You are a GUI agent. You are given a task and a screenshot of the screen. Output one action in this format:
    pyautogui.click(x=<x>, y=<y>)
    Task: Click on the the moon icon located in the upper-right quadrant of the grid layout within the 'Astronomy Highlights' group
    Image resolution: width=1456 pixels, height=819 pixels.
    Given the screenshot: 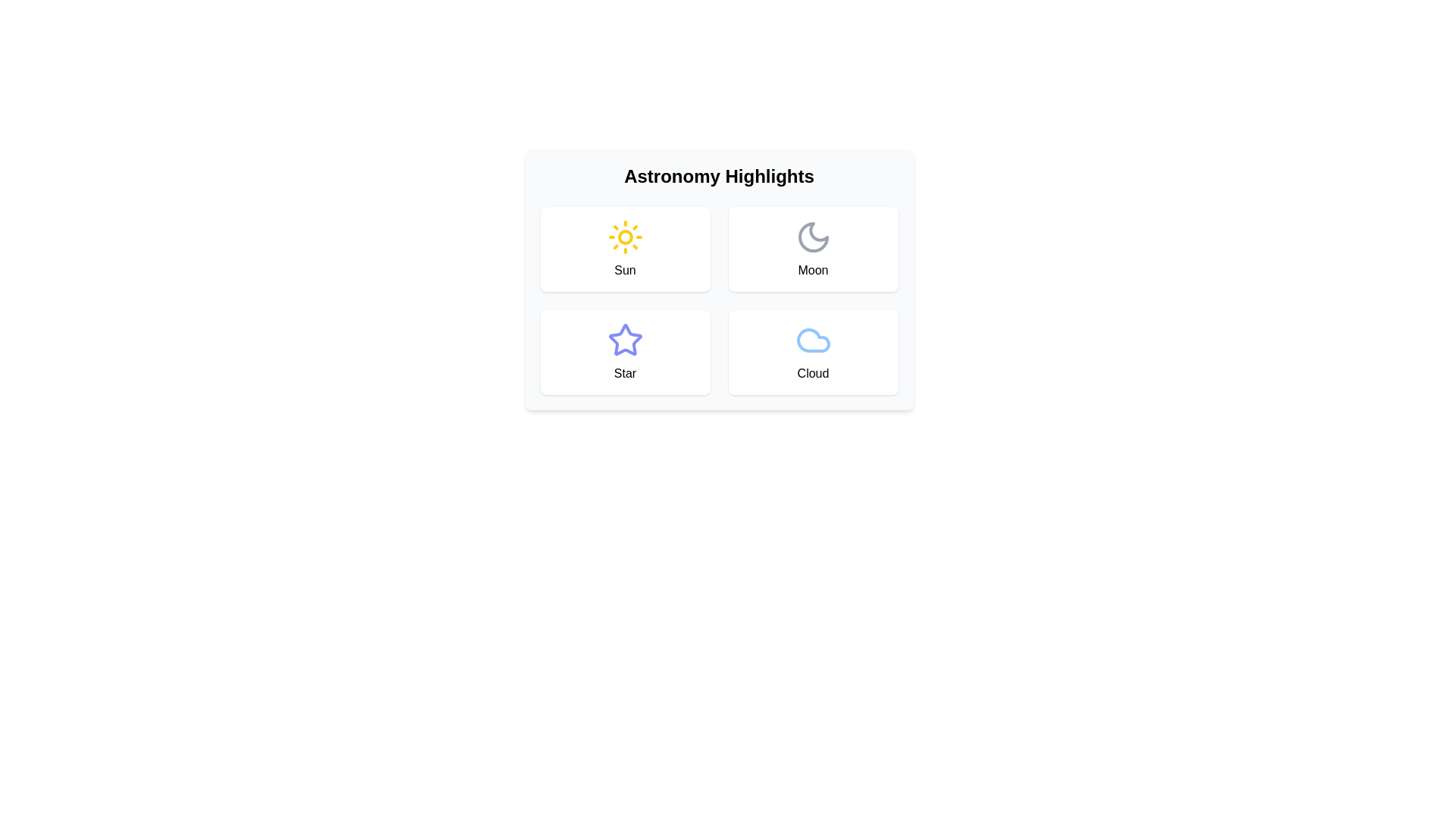 What is the action you would take?
    pyautogui.click(x=812, y=237)
    